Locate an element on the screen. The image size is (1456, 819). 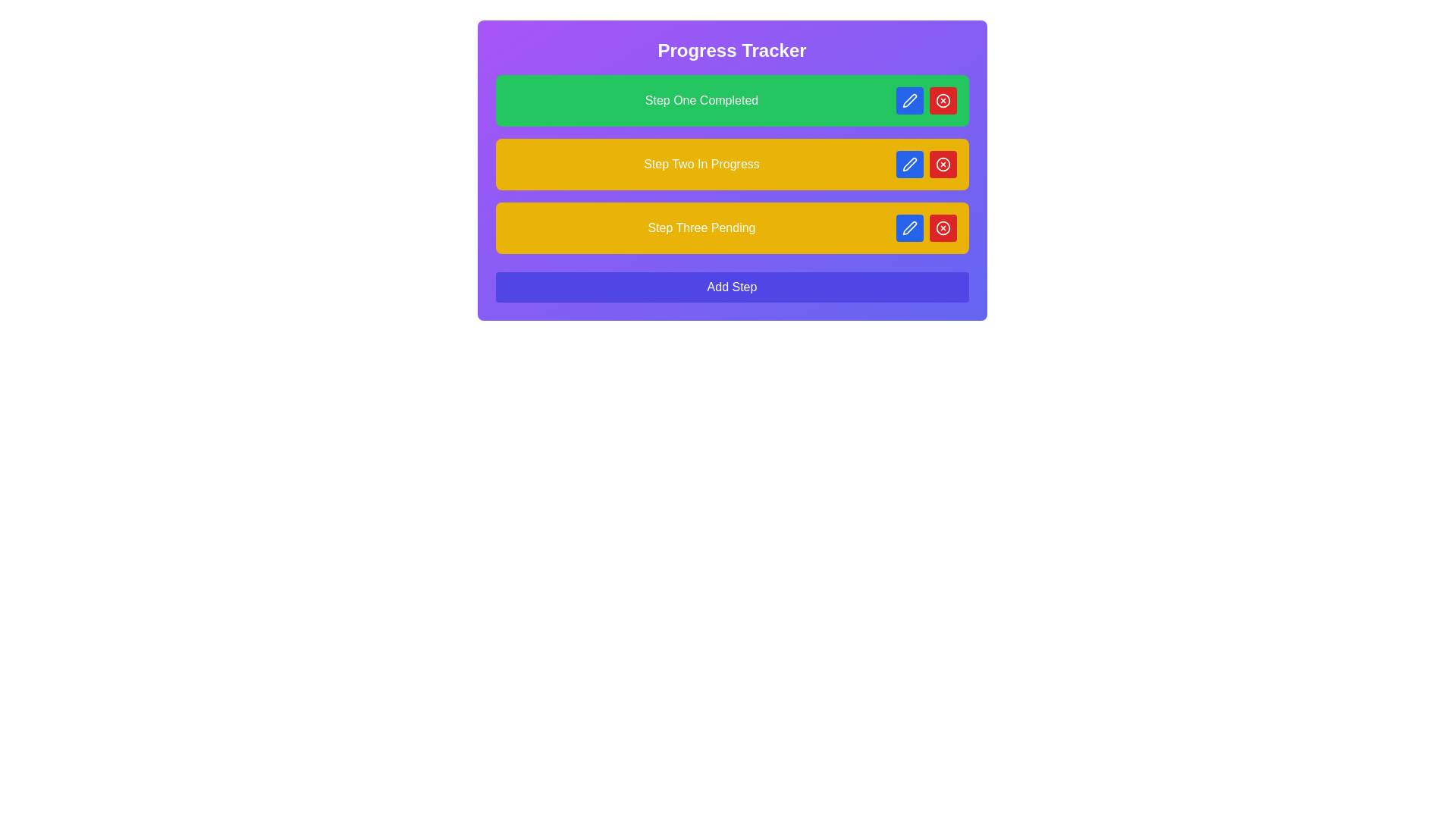
the first button in the 'Step Two In Progress' section of the progress tracker is located at coordinates (909, 164).